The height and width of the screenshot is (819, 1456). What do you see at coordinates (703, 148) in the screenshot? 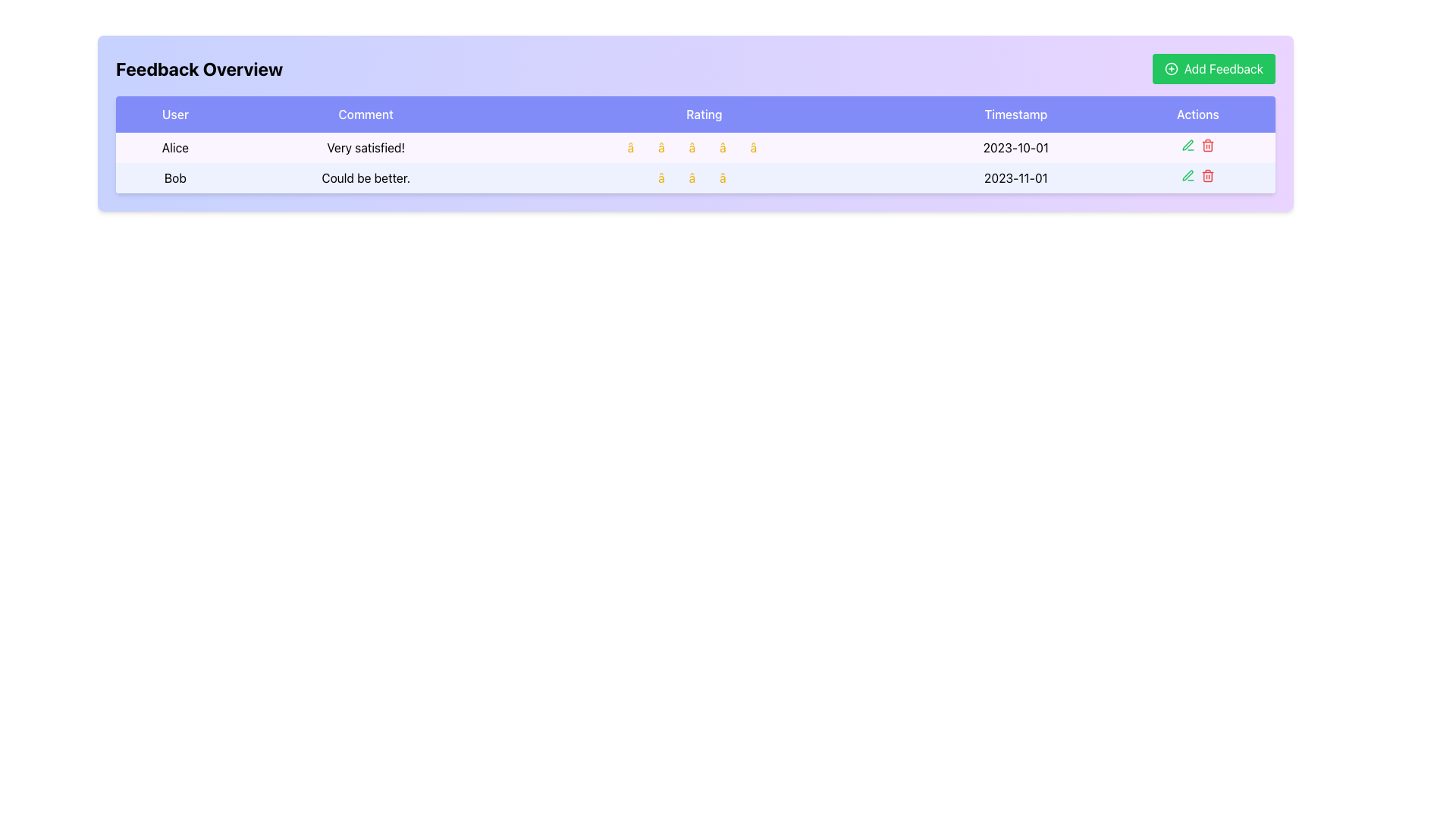
I see `the static display component representing the rating visual, which consists of five yellow star icons arranged horizontally in the 'Rating' column of the first data row, between the 'Comment' and 'Timestamp' columns for feedback by 'Alice'` at bounding box center [703, 148].